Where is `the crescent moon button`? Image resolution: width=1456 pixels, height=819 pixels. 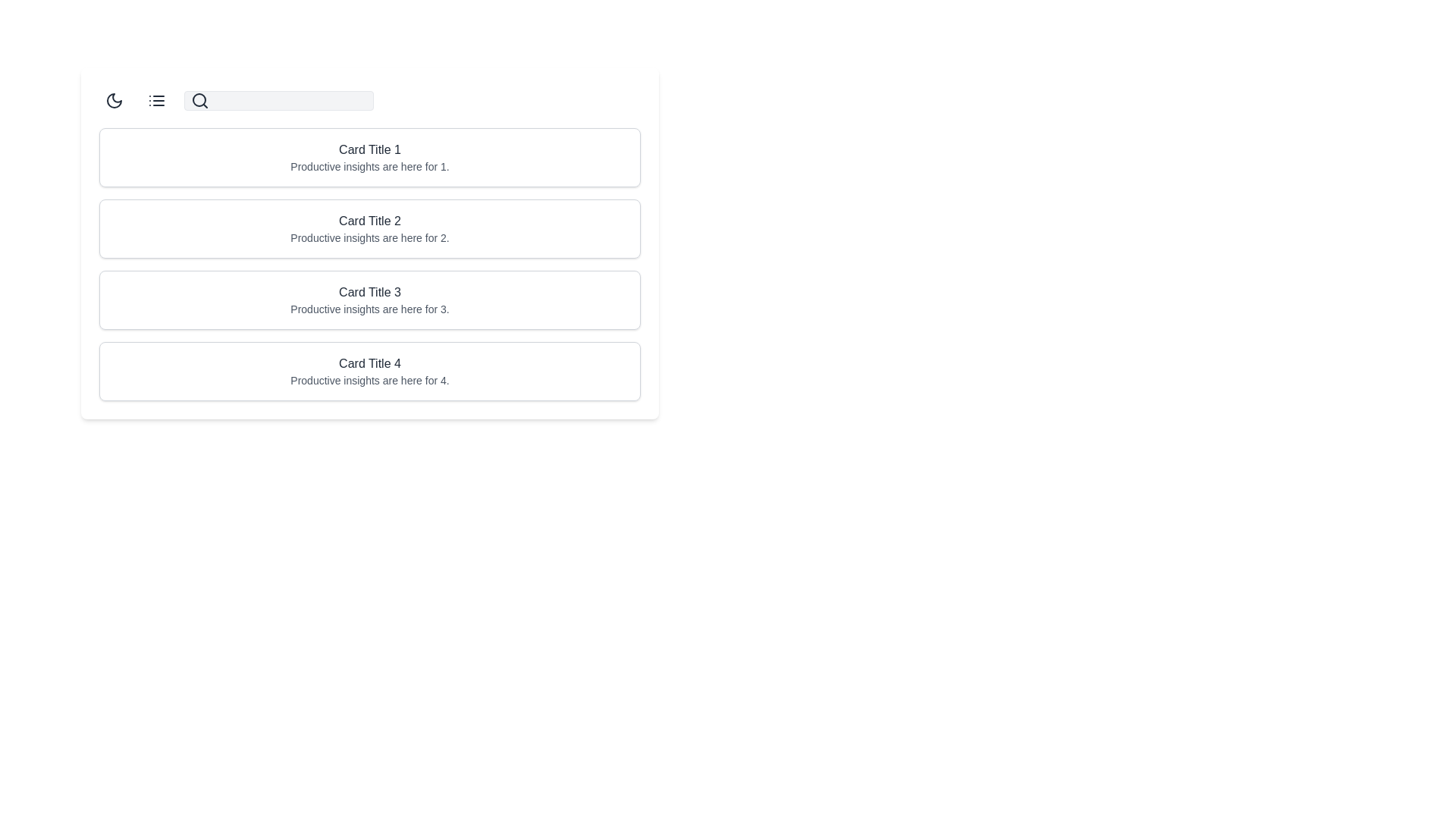
the crescent moon button is located at coordinates (113, 100).